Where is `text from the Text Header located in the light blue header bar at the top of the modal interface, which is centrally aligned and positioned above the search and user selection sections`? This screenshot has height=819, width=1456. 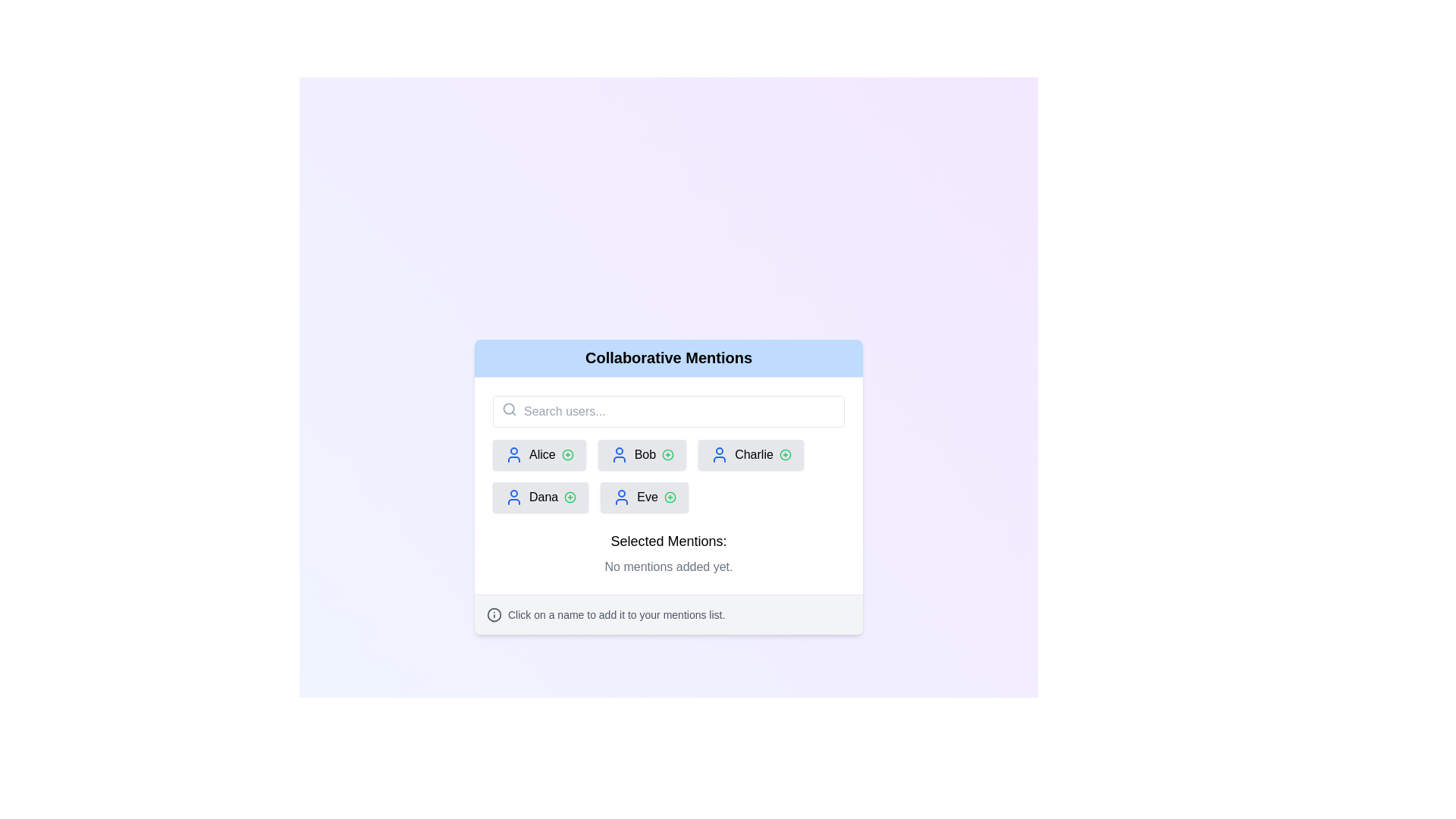 text from the Text Header located in the light blue header bar at the top of the modal interface, which is centrally aligned and positioned above the search and user selection sections is located at coordinates (668, 357).